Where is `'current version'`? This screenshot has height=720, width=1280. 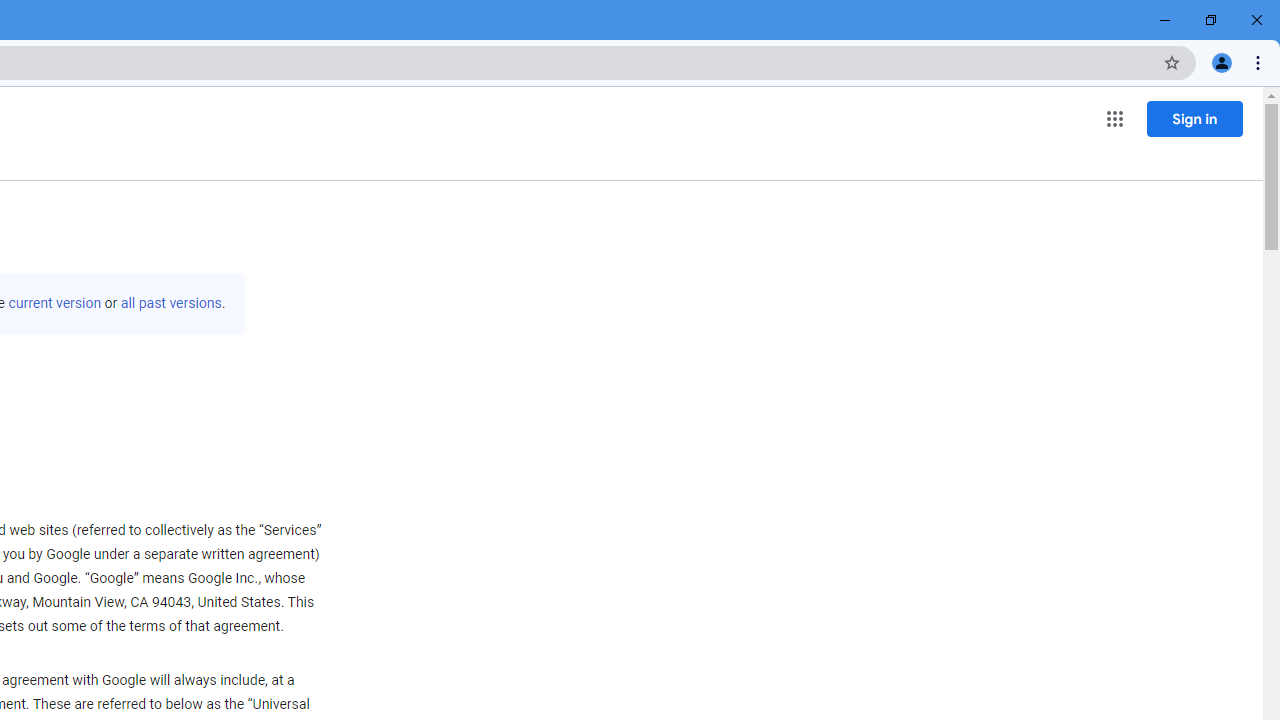 'current version' is located at coordinates (55, 303).